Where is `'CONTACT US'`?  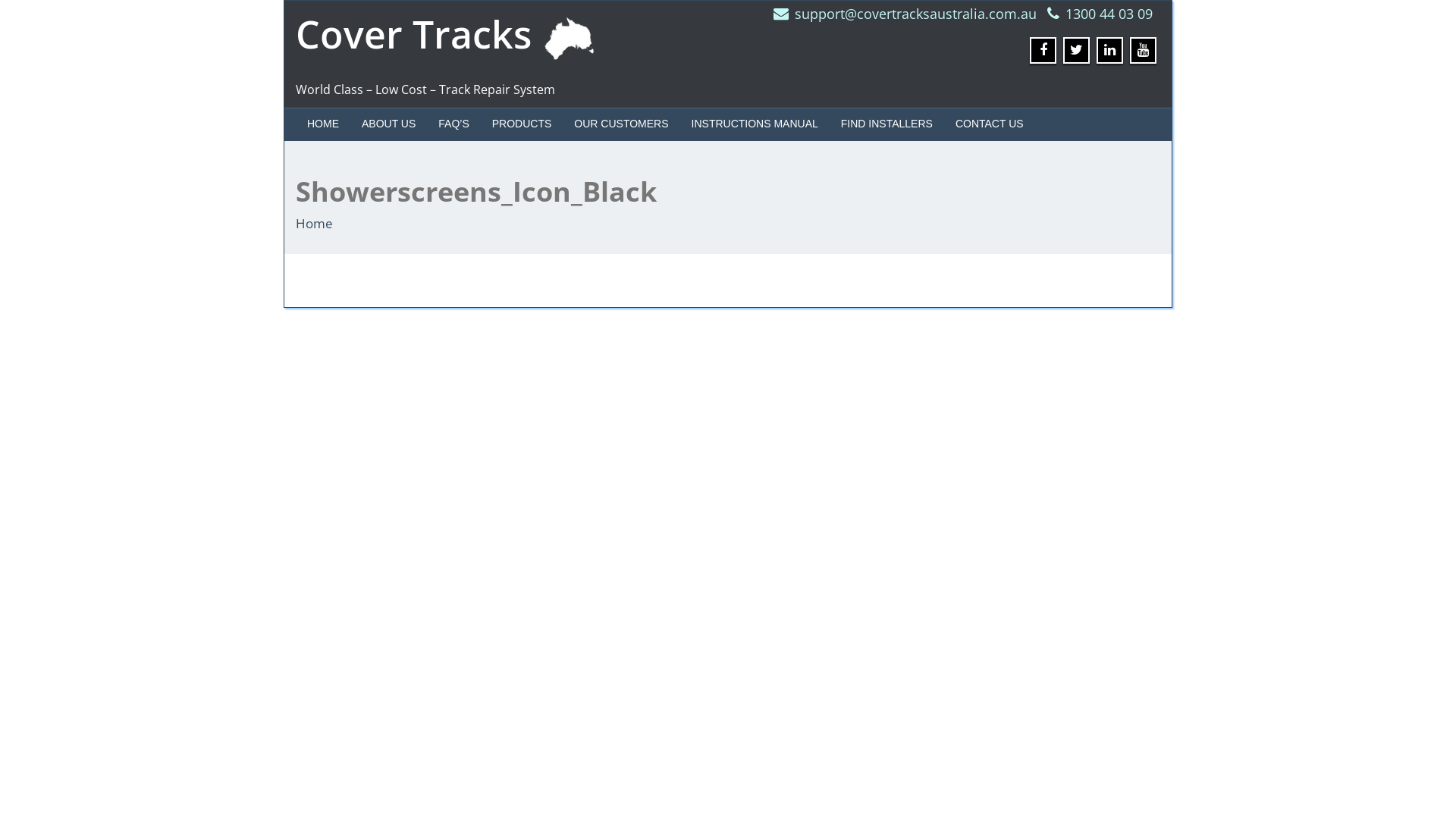 'CONTACT US' is located at coordinates (990, 122).